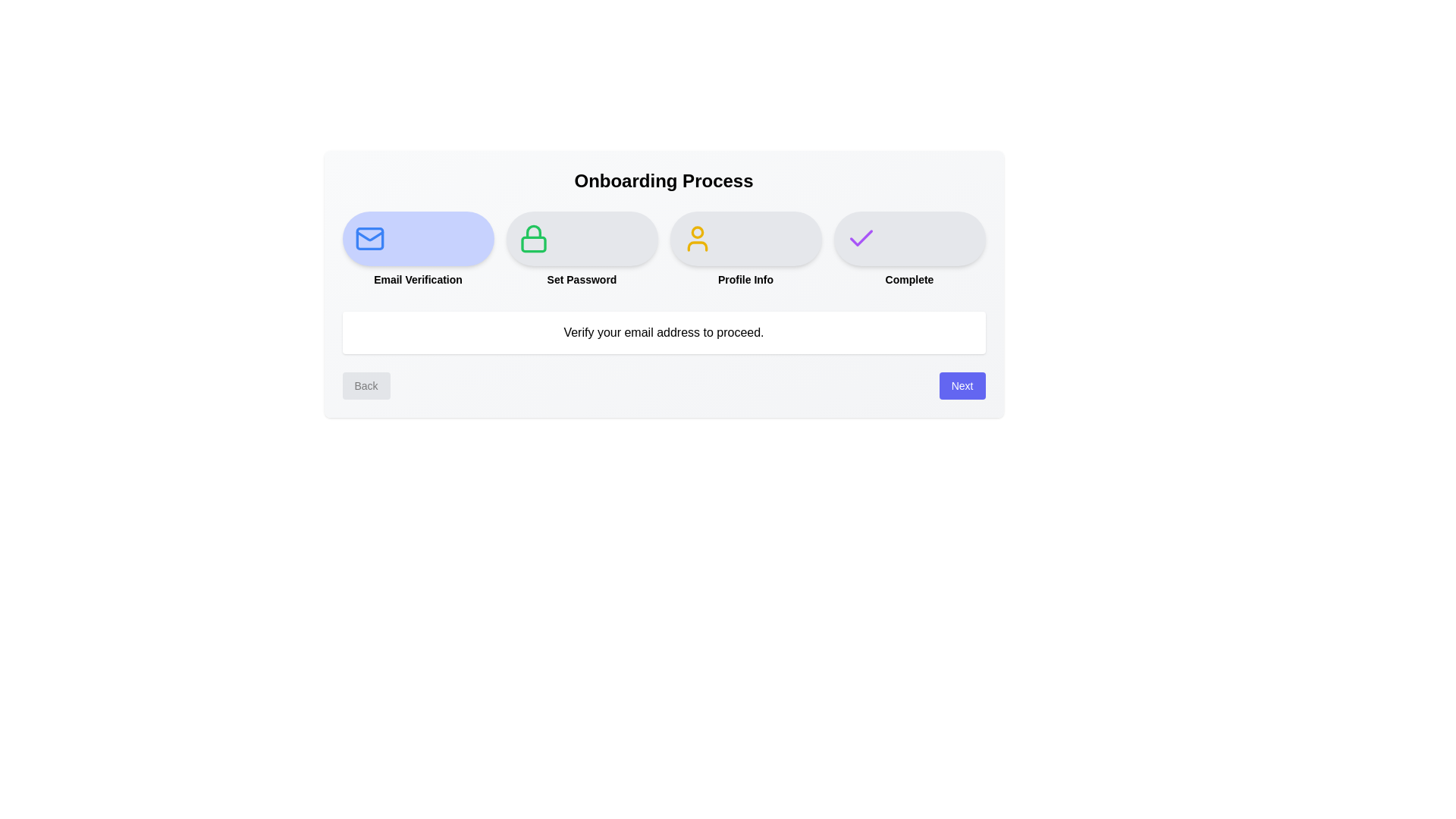 The height and width of the screenshot is (819, 1456). Describe the element at coordinates (418, 239) in the screenshot. I see `the step Email Verification to inspect its feedback` at that location.